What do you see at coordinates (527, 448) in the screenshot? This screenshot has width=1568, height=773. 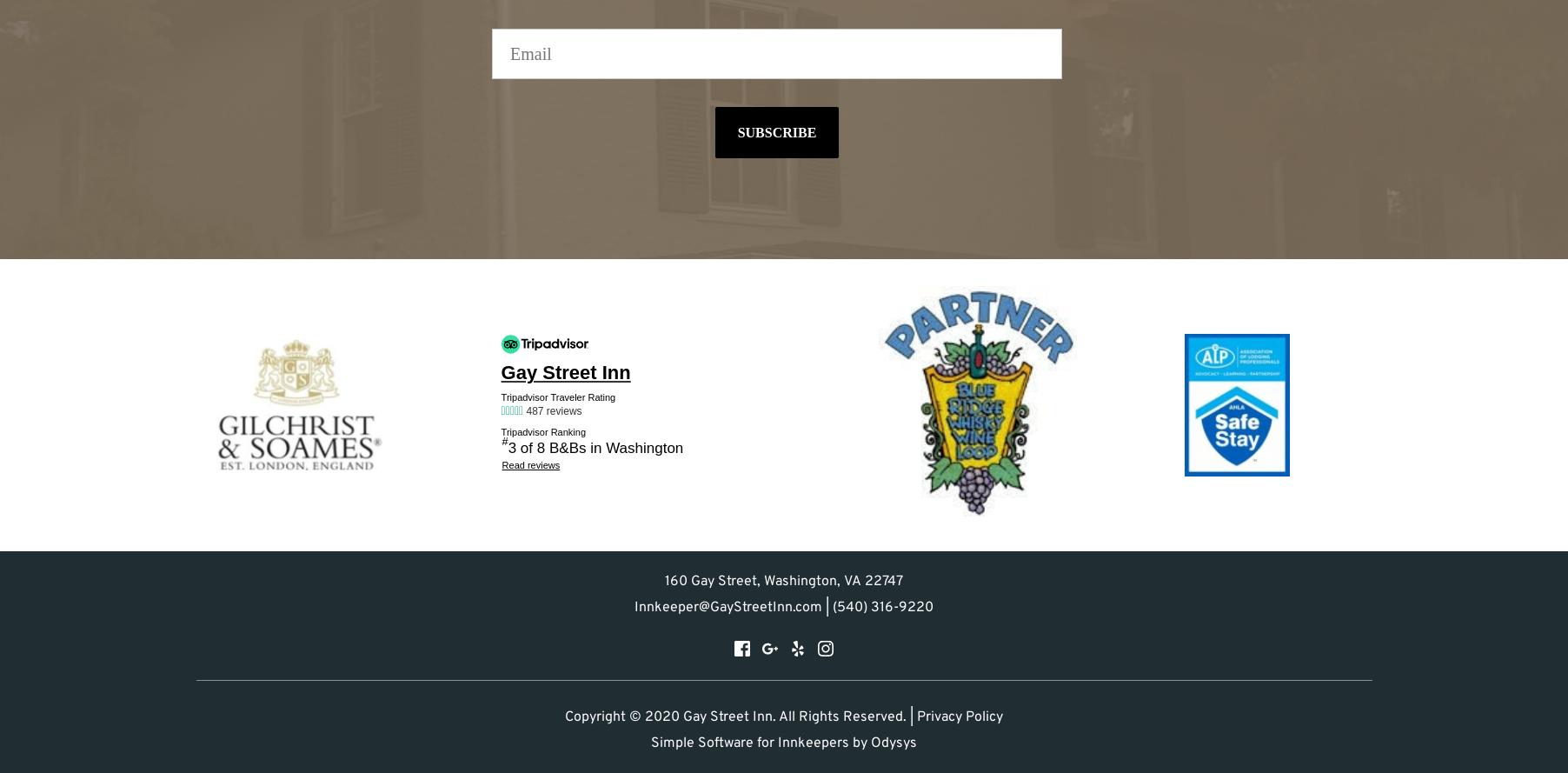 I see `'3 of 8'` at bounding box center [527, 448].